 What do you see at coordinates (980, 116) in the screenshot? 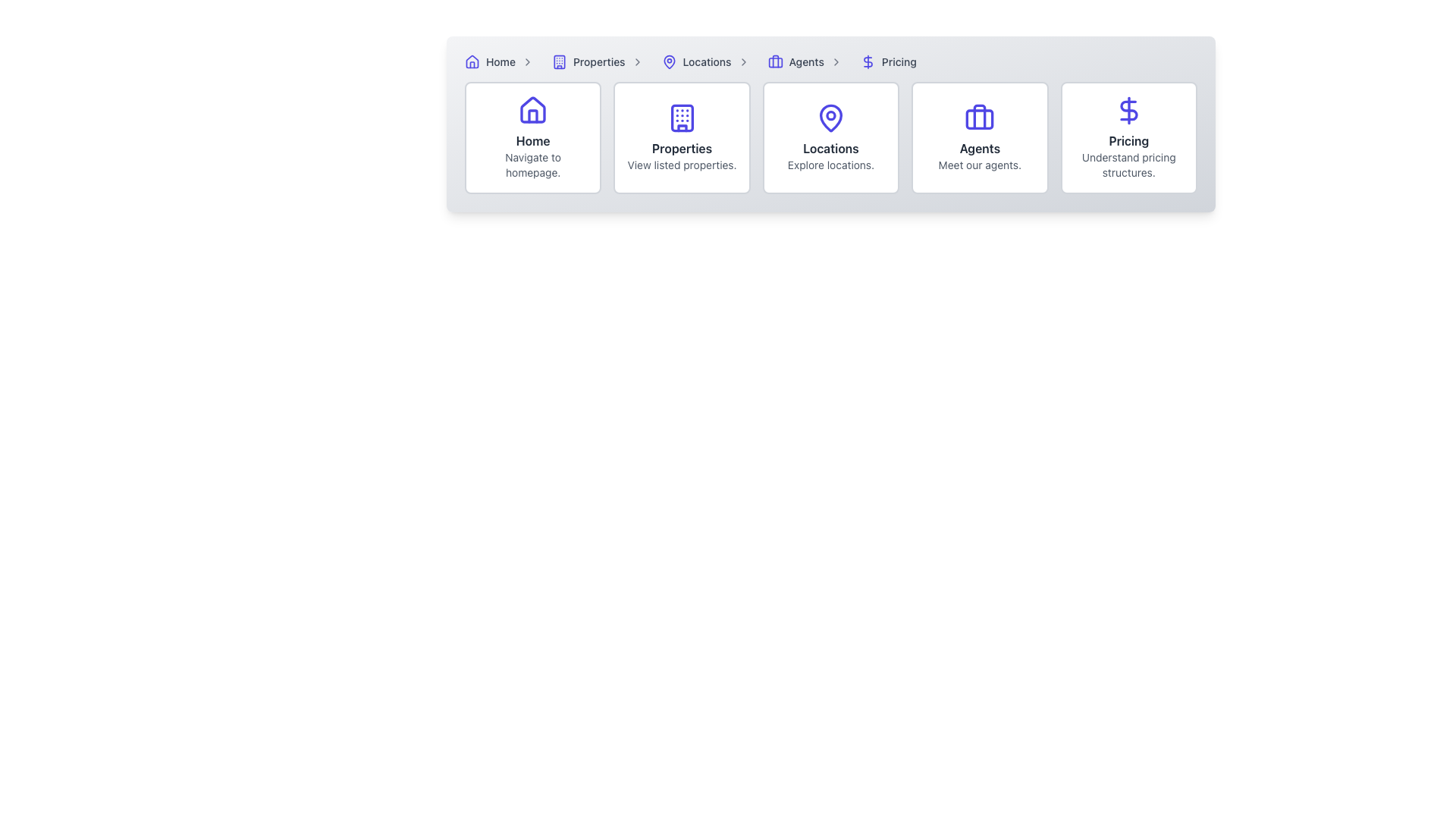
I see `the vertical line or handle within the briefcase icon located in the middle of the 'Agents' clickable card` at bounding box center [980, 116].